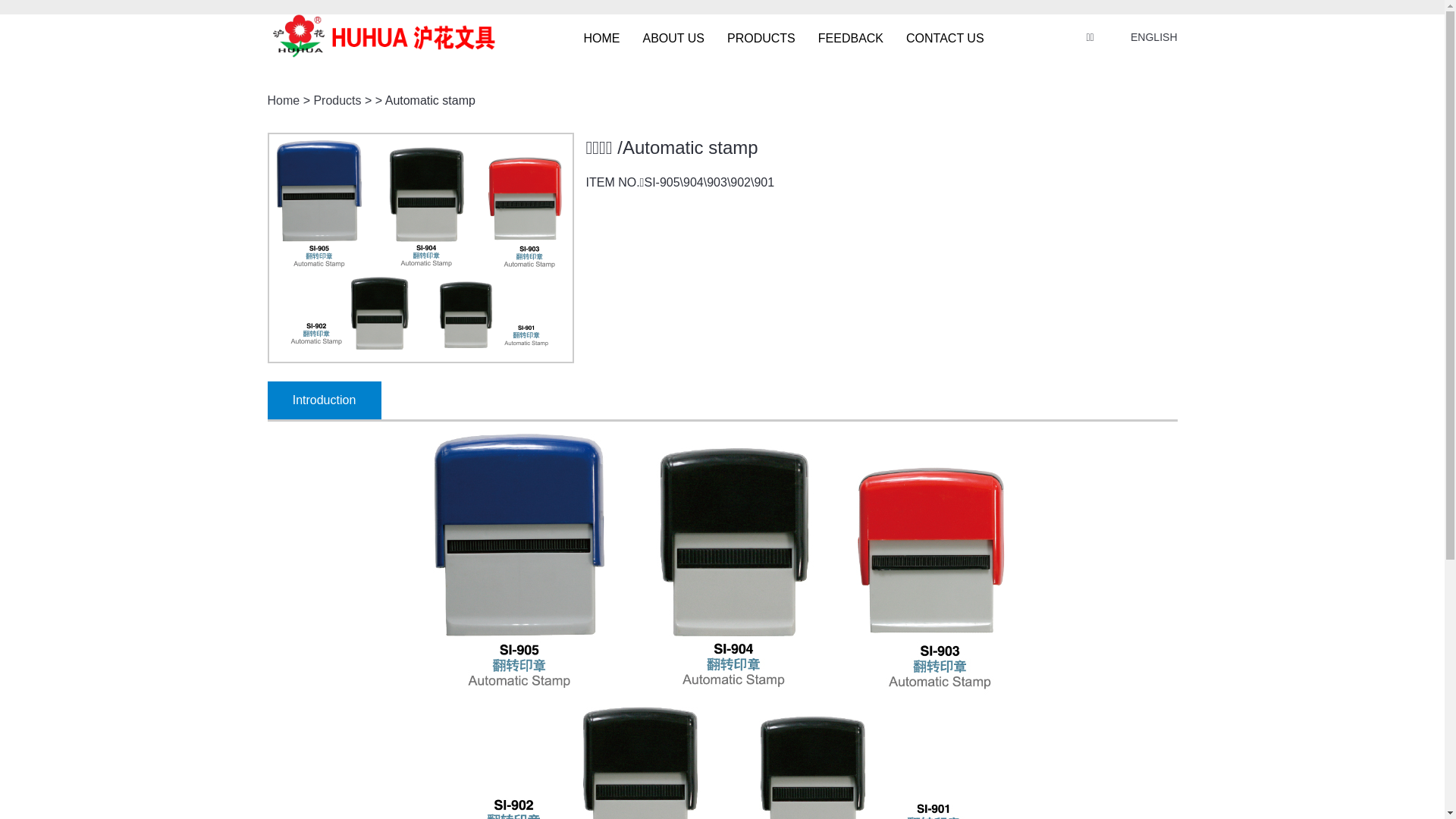 This screenshot has width=1456, height=819. I want to click on 'ABOUT US', so click(673, 37).